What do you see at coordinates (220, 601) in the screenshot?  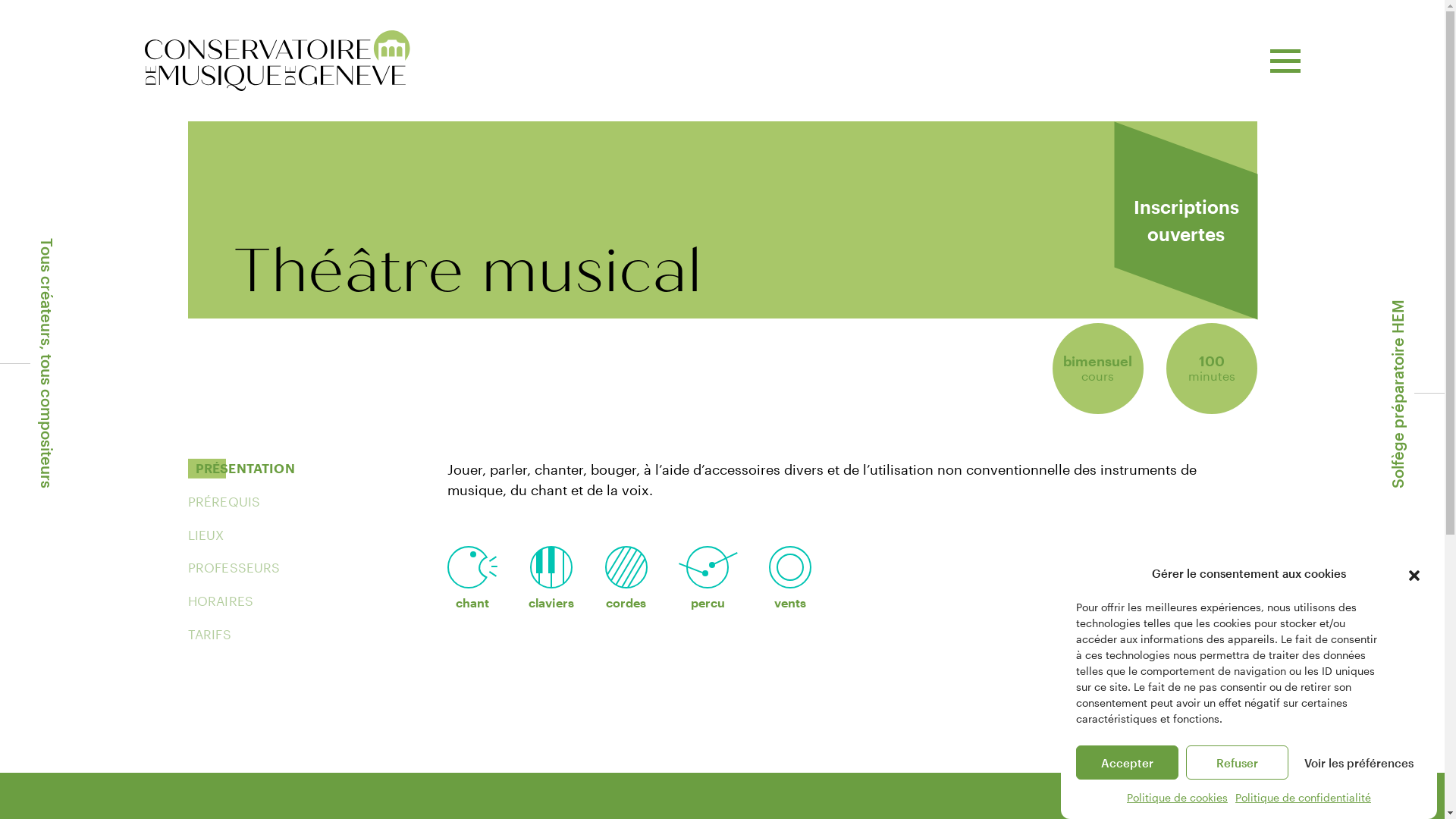 I see `'HORAIRES'` at bounding box center [220, 601].